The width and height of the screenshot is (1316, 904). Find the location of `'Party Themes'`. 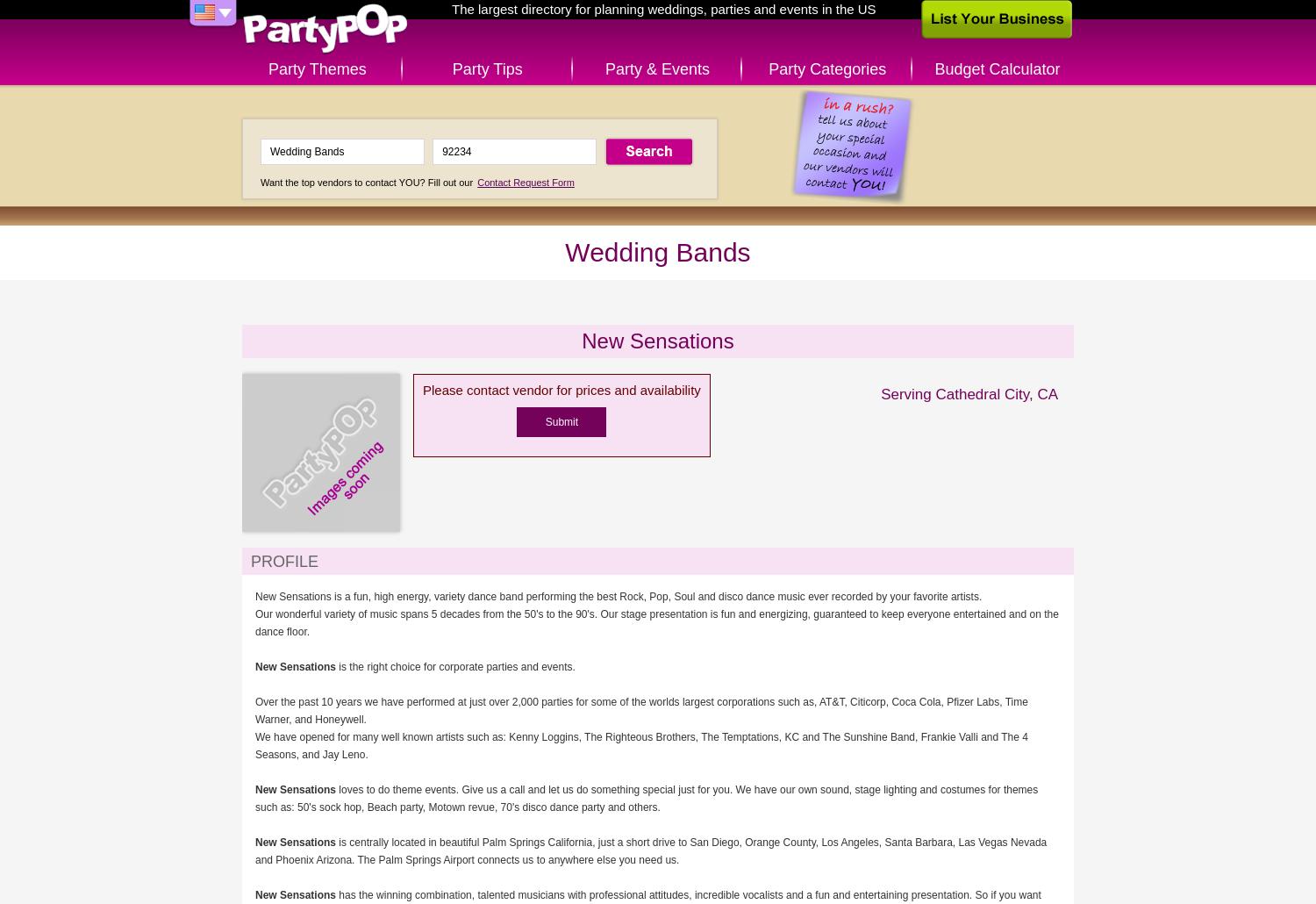

'Party Themes' is located at coordinates (316, 69).